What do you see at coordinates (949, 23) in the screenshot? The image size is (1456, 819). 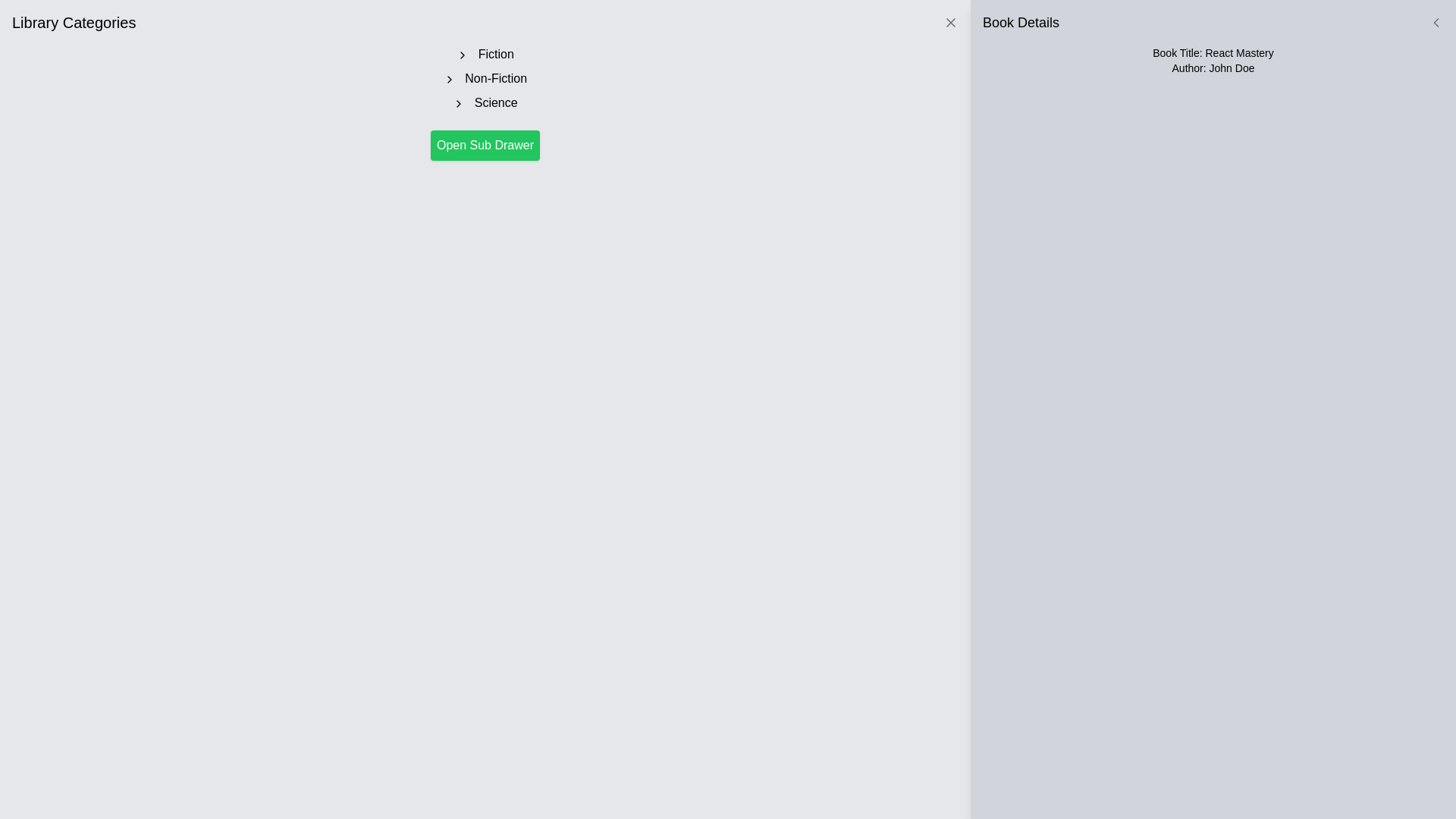 I see `the close button located in the top-right corner of the 'Library Categories' header` at bounding box center [949, 23].